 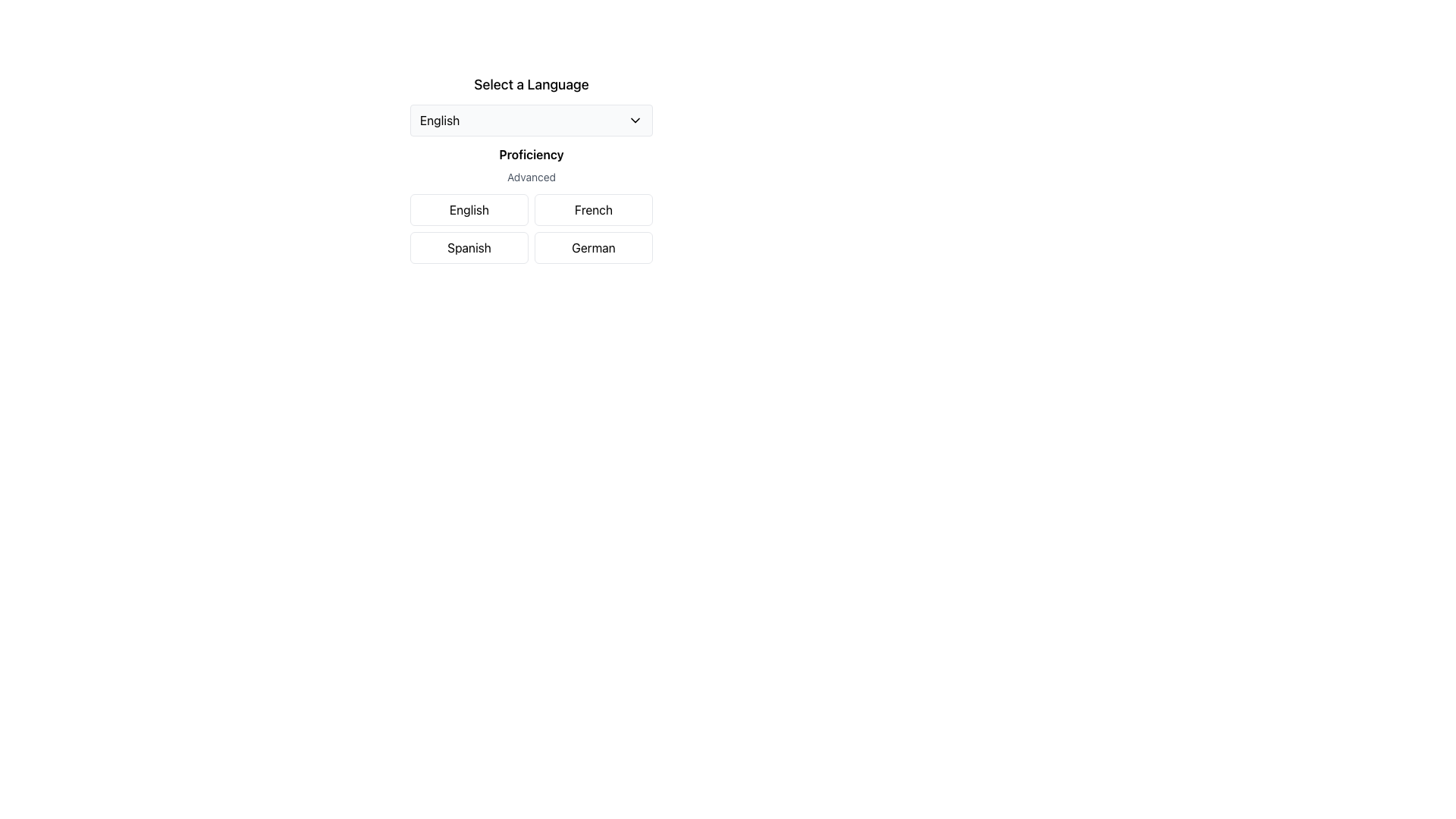 What do you see at coordinates (531, 177) in the screenshot?
I see `the non-interactive text element indicating proficiency, located beneath the 'Proficiency' heading` at bounding box center [531, 177].